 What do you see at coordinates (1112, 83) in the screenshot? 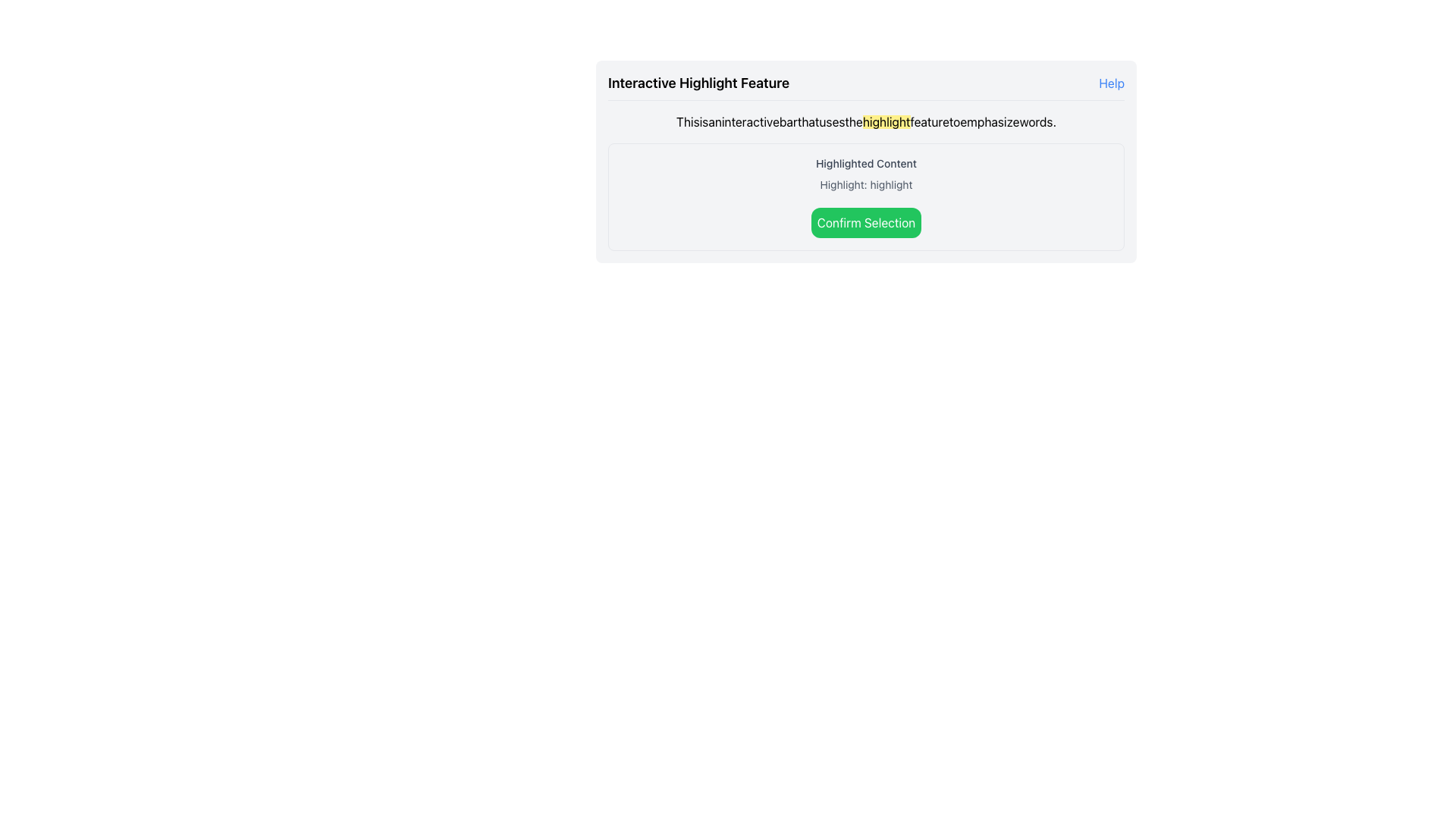
I see `the hyperlink located in the top-right corner of the 'Interactive Highlight Feature' section` at bounding box center [1112, 83].